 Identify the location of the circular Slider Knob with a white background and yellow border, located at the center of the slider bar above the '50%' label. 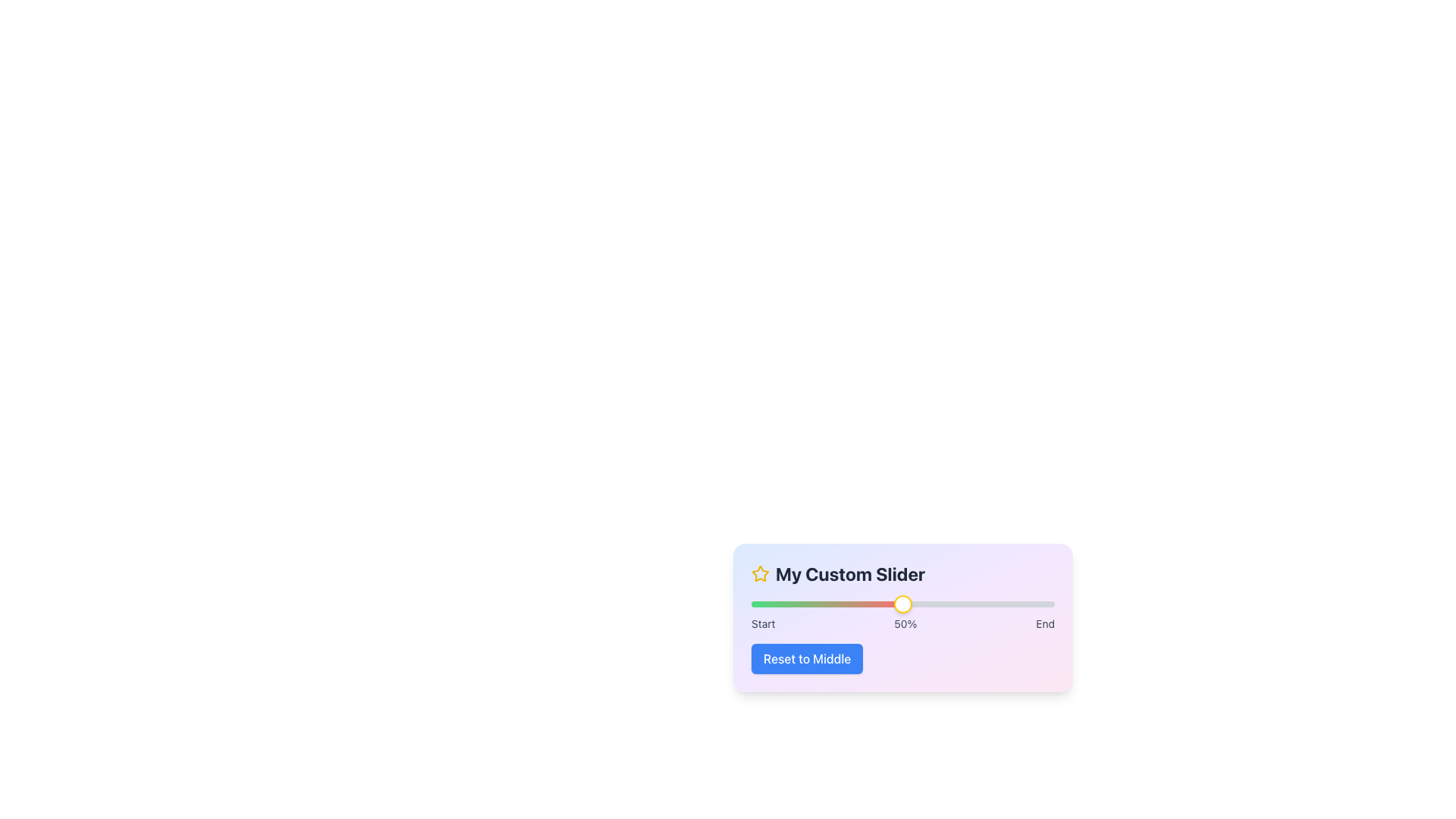
(902, 604).